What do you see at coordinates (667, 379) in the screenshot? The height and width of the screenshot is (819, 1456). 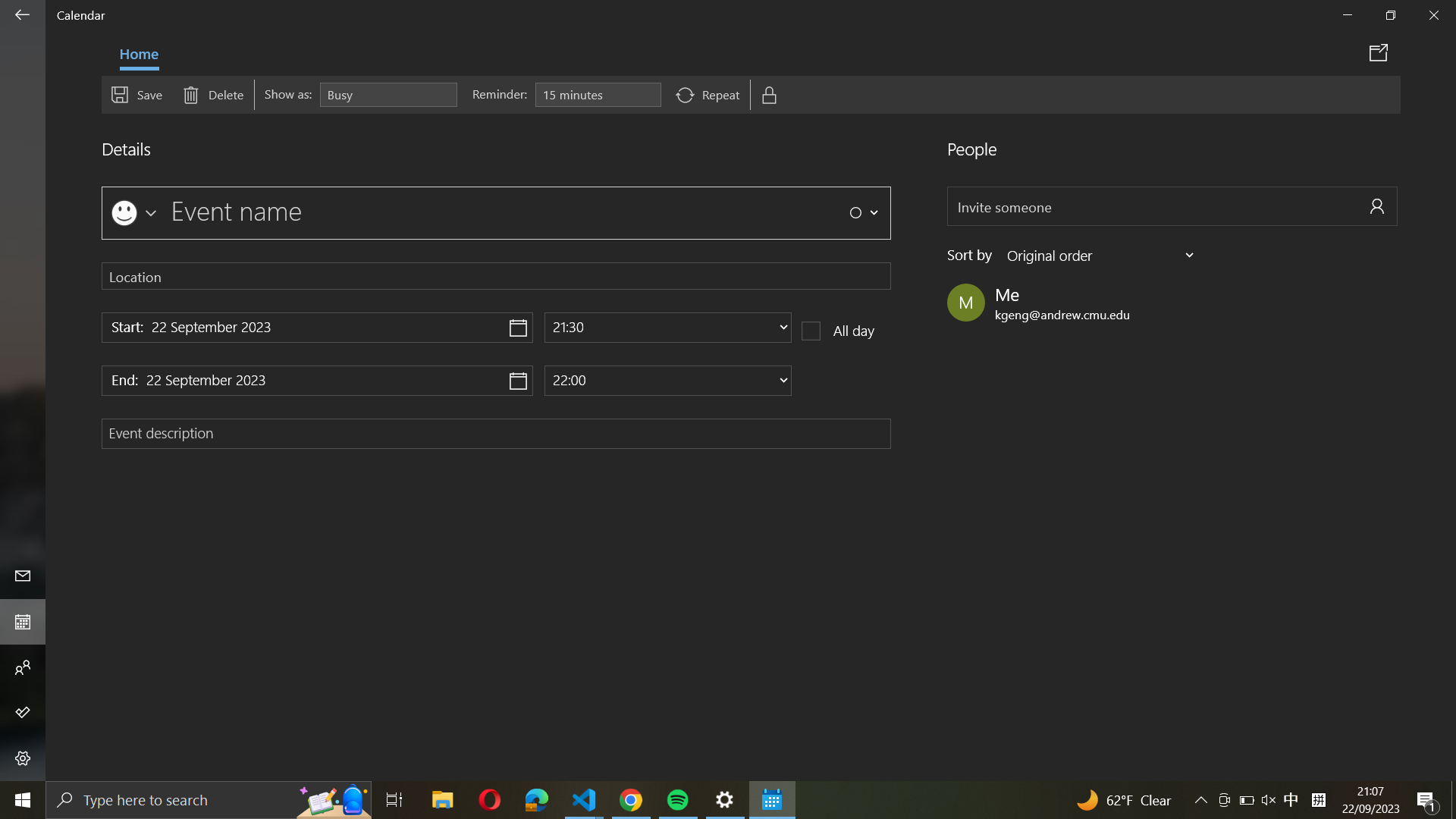 I see `event end time to 7:00 PM` at bounding box center [667, 379].